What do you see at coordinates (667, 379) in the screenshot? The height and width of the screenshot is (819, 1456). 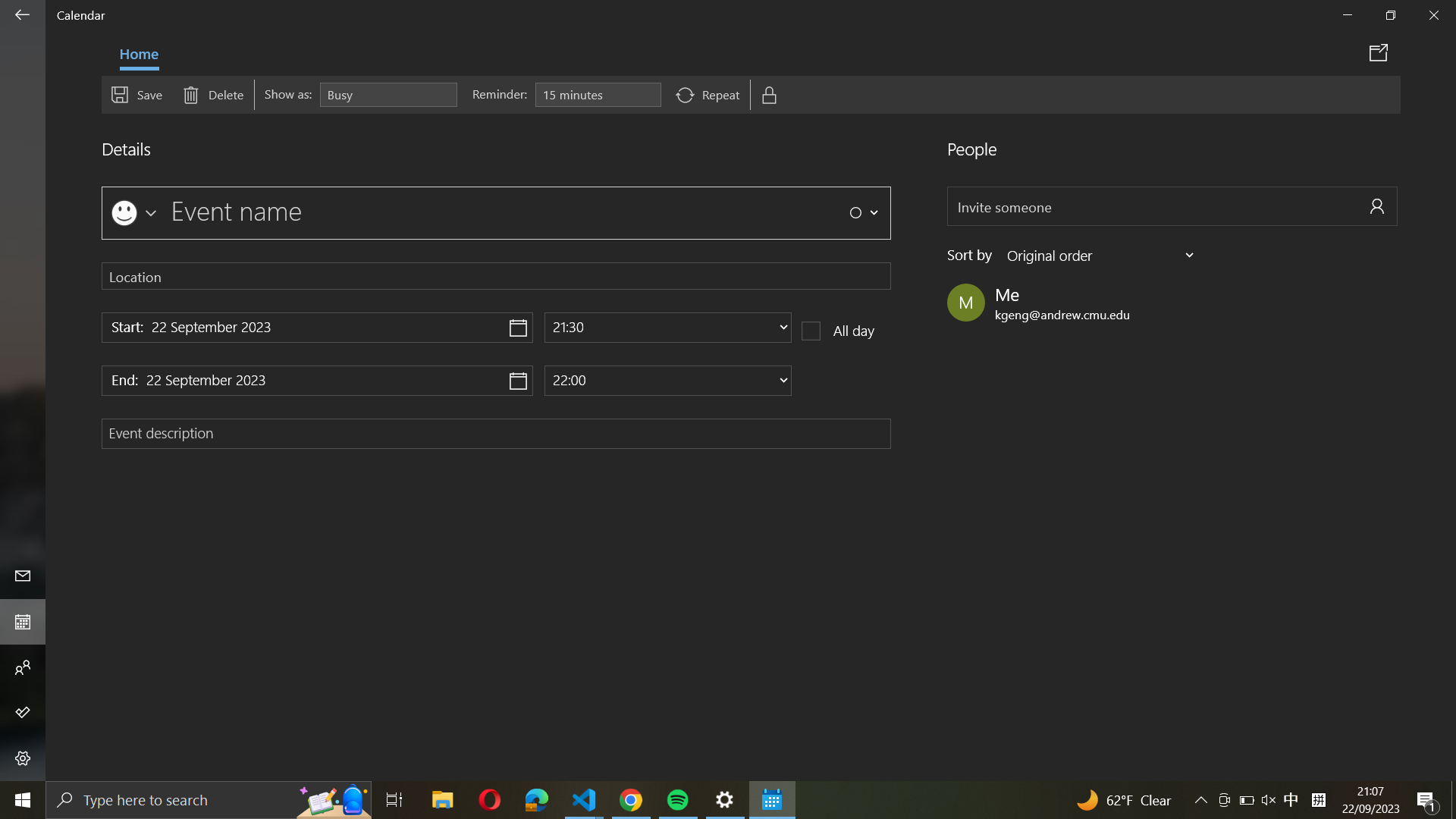 I see `event end time to 7:00 PM` at bounding box center [667, 379].